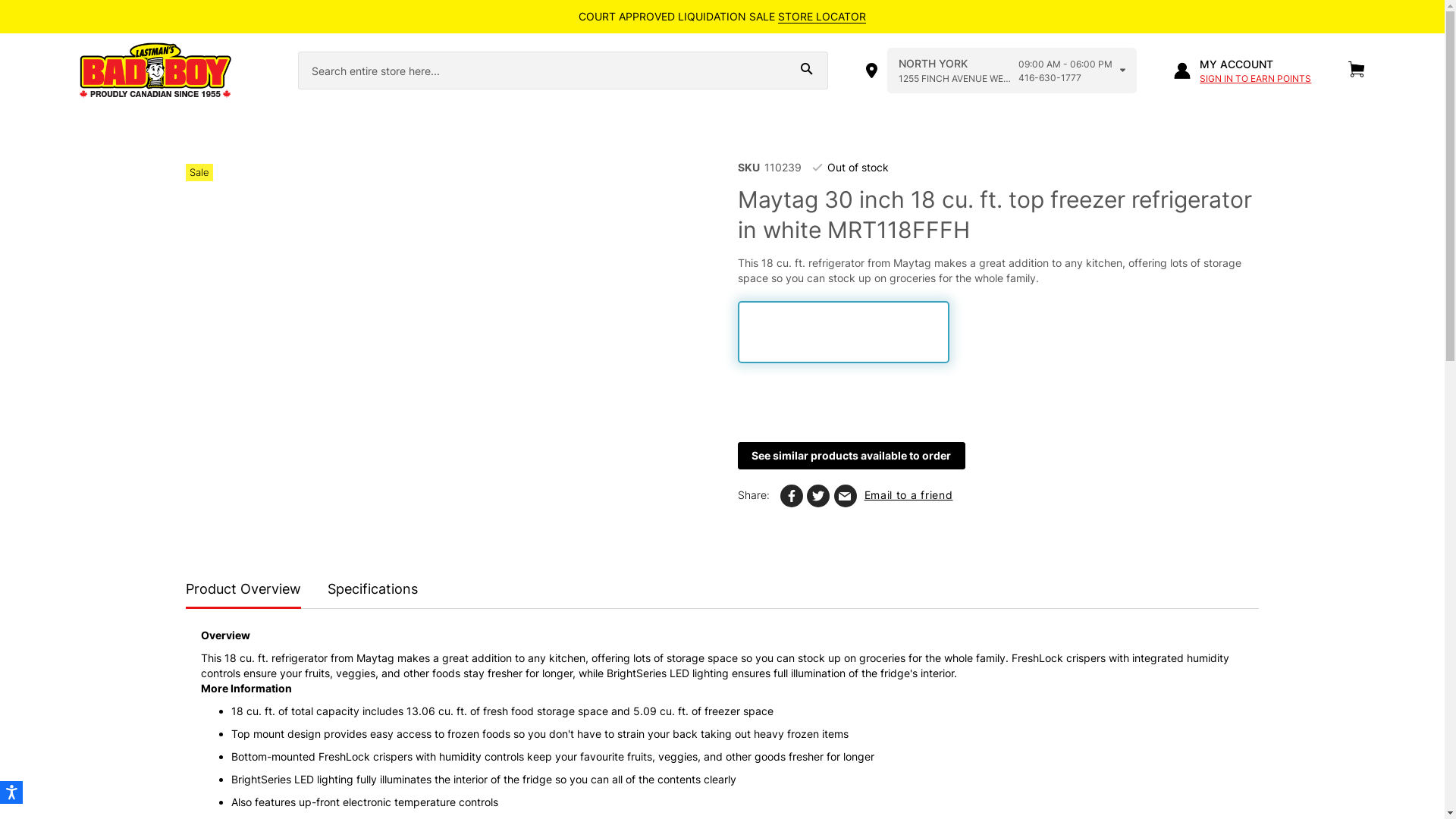 This screenshot has width=1456, height=819. Describe the element at coordinates (174, 71) in the screenshot. I see `'Lastman's Bad Boy'` at that location.